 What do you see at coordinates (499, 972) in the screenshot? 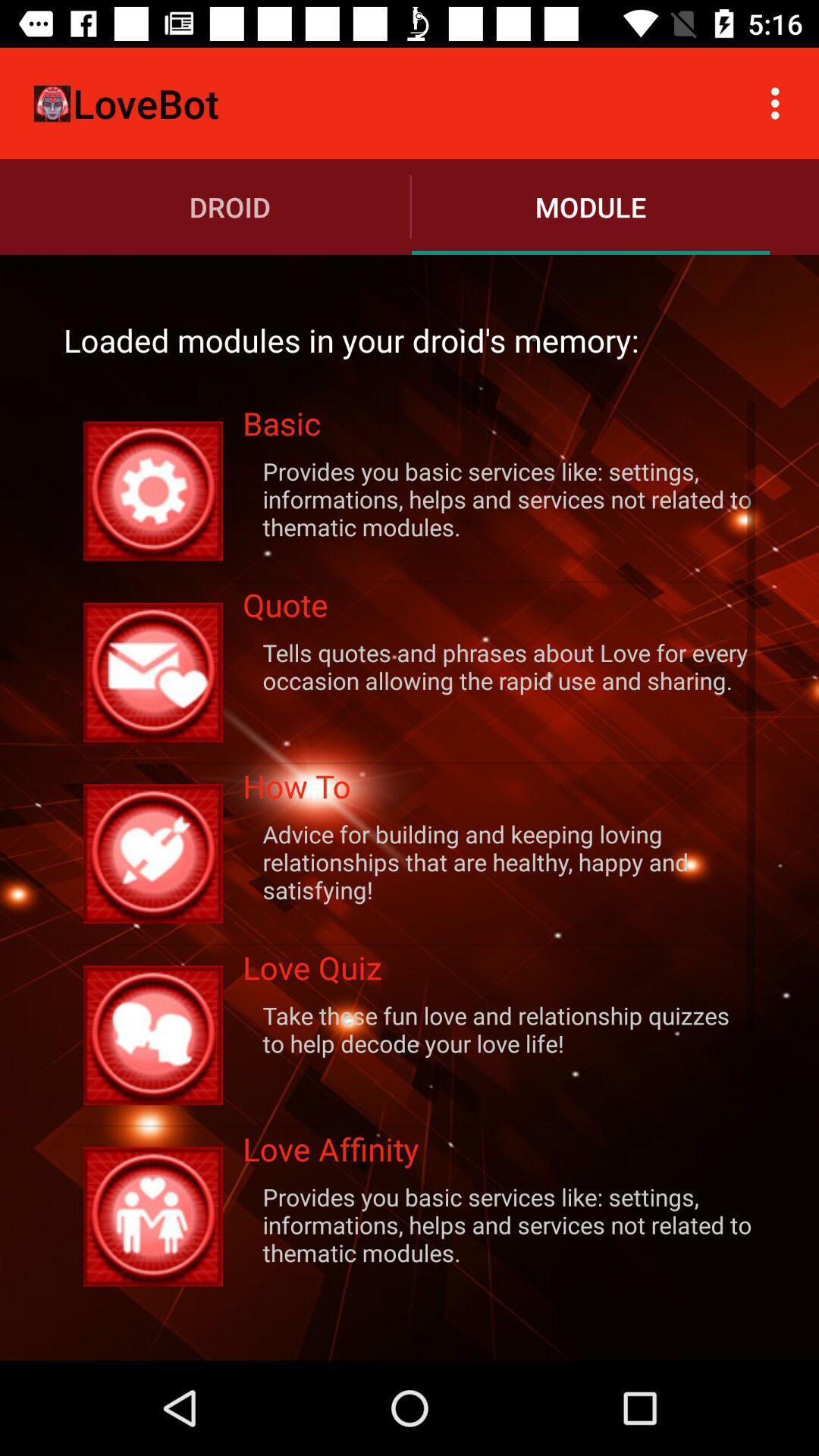
I see `the love quiz` at bounding box center [499, 972].